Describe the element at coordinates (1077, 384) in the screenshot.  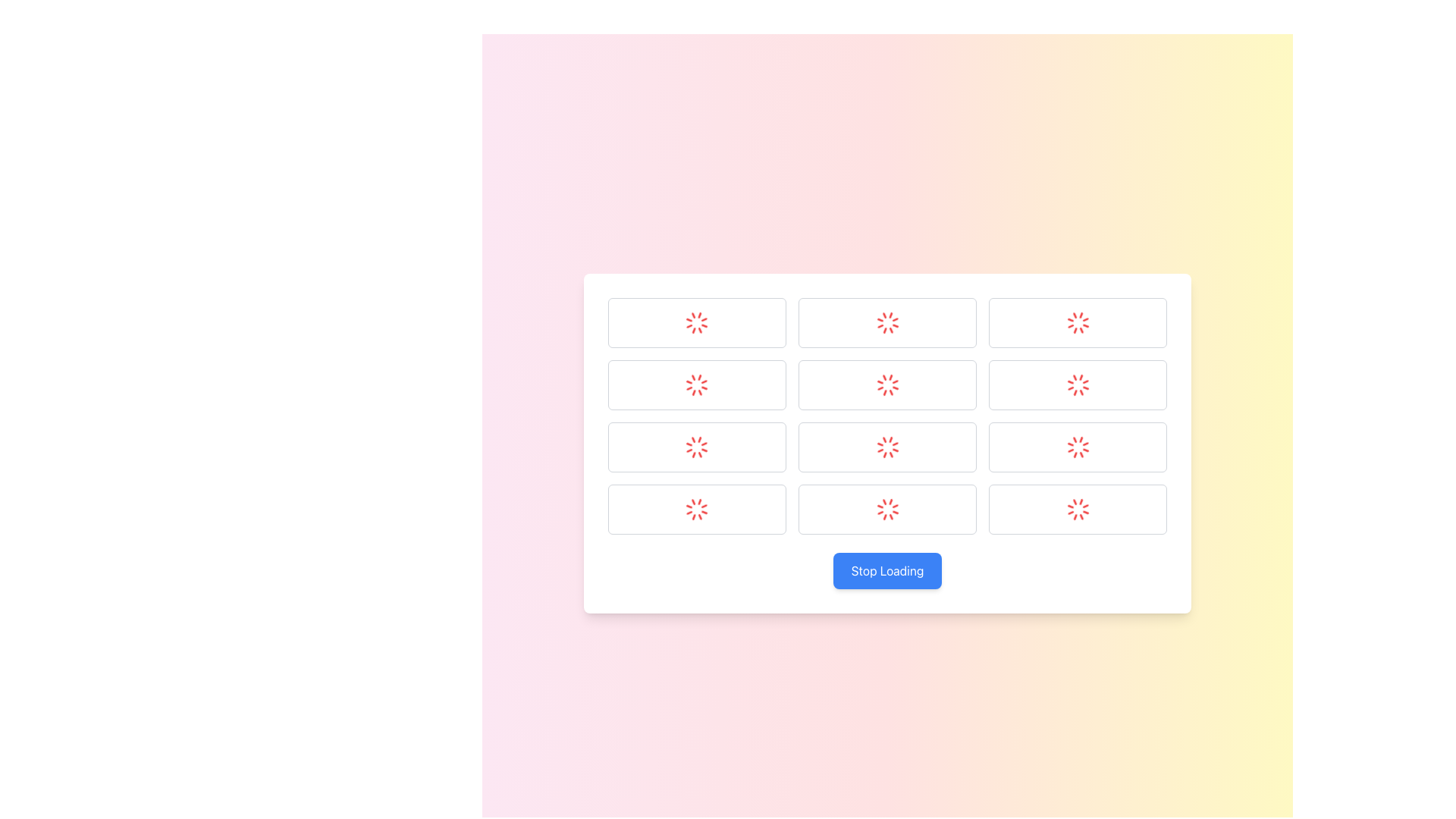
I see `the loading indicator, which is the fifth rectangle in the second row of a 3x6 grid layout, to monitor the loading indication` at that location.